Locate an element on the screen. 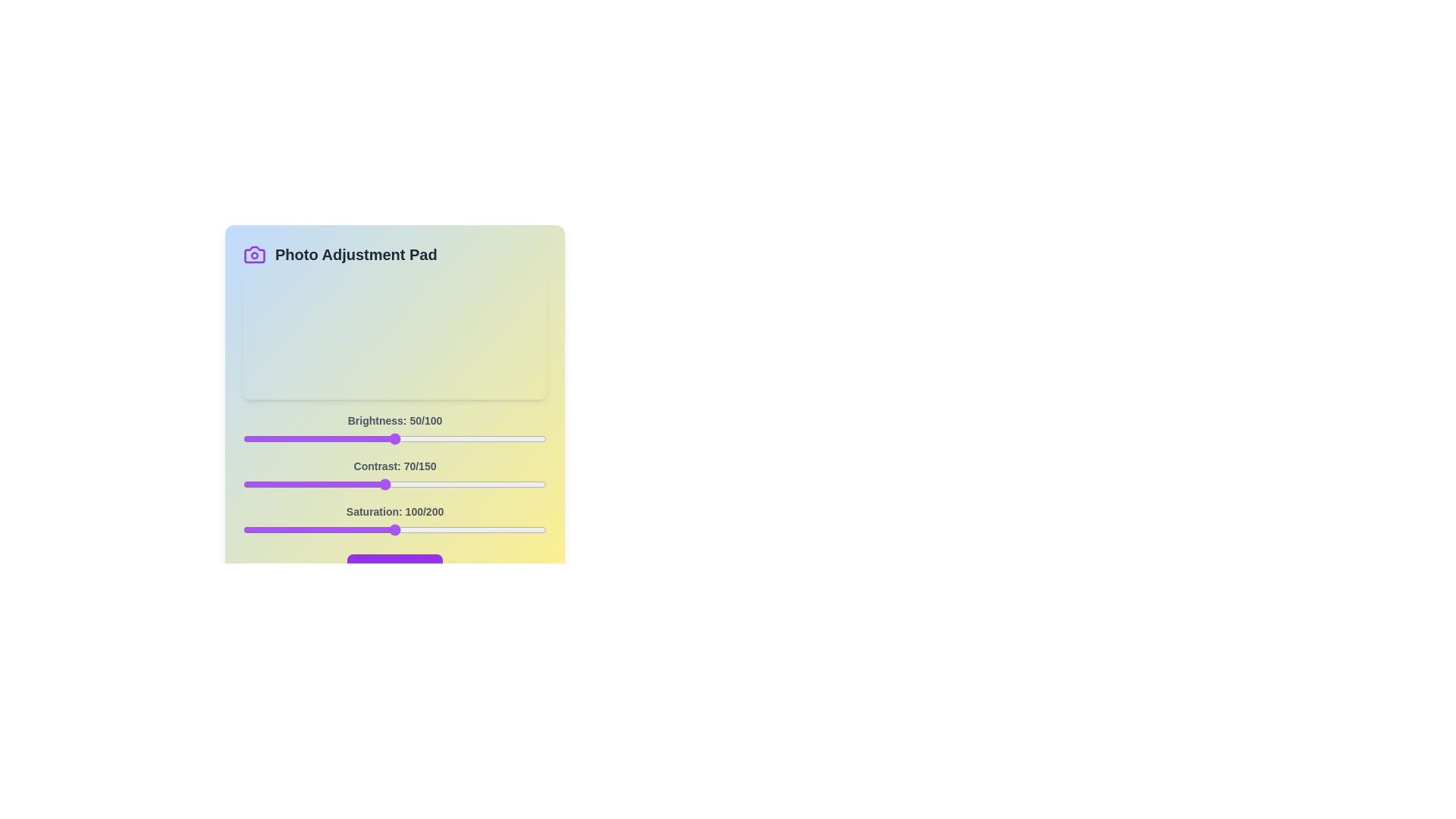  the 0 slider to 55 is located at coordinates (410, 438).